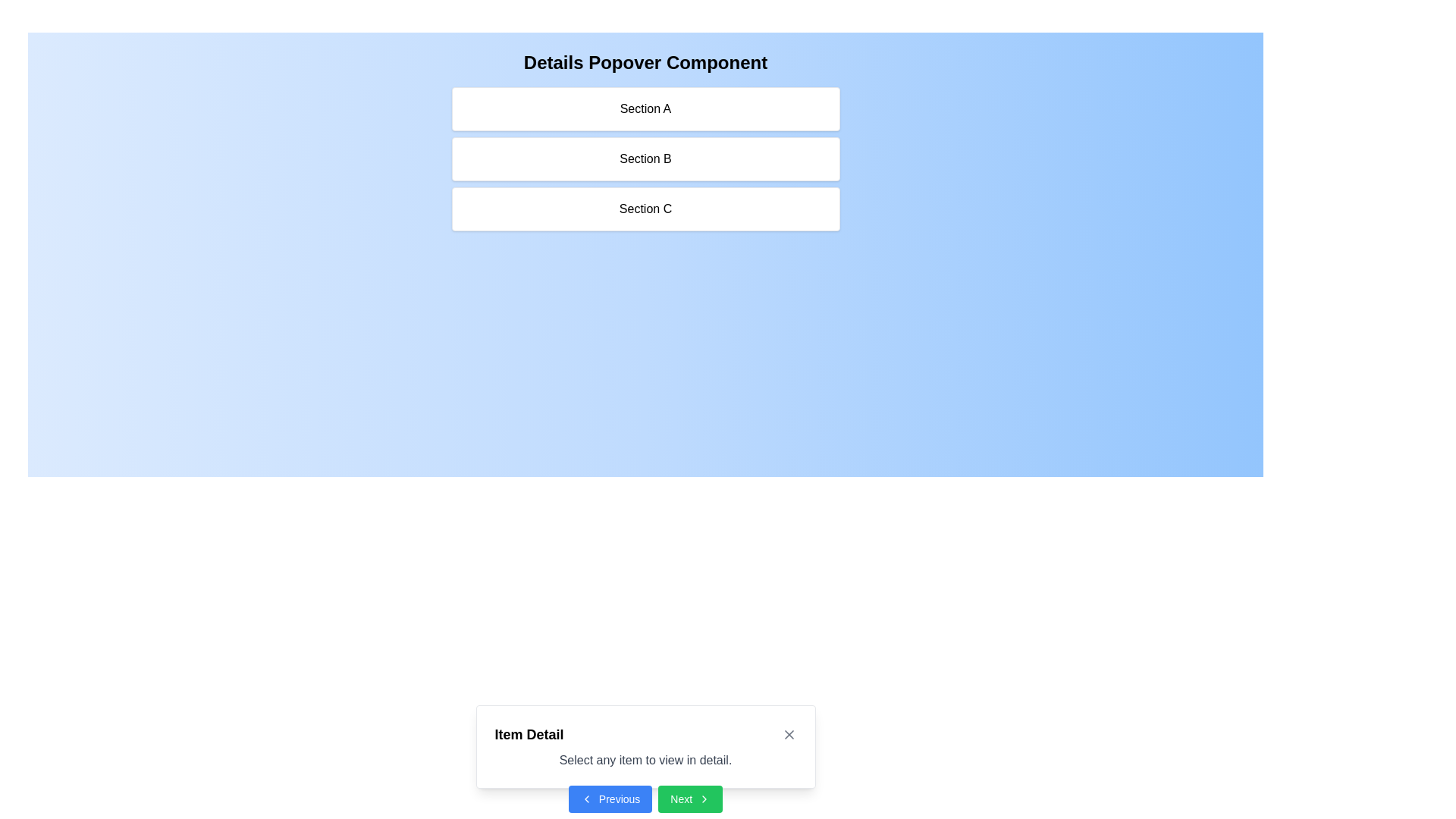  I want to click on the close button icon in the top-right corner of the 'Item Detail' panel to change its color, so click(789, 733).